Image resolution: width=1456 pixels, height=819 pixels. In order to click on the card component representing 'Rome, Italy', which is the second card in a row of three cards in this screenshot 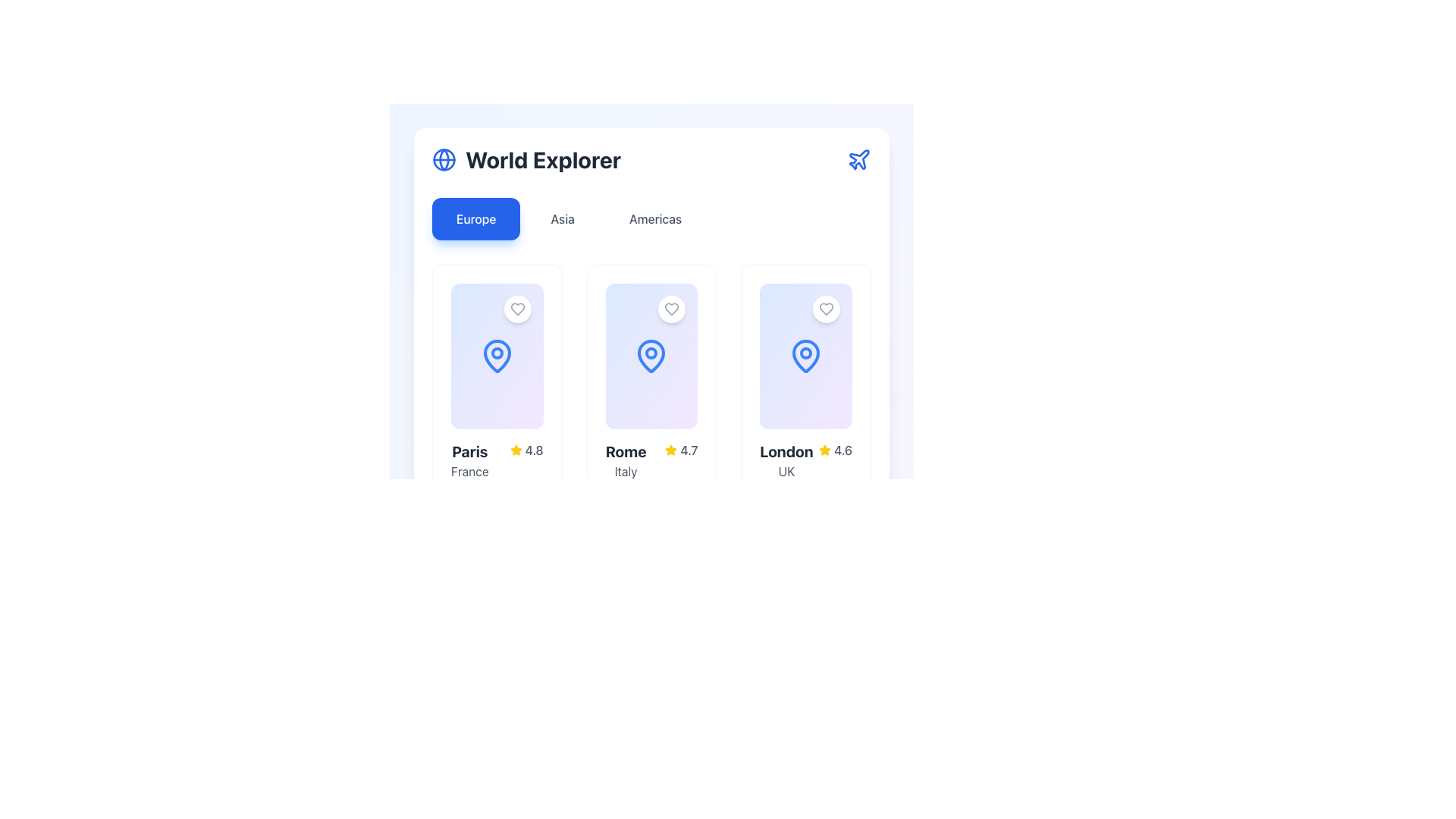, I will do `click(651, 282)`.